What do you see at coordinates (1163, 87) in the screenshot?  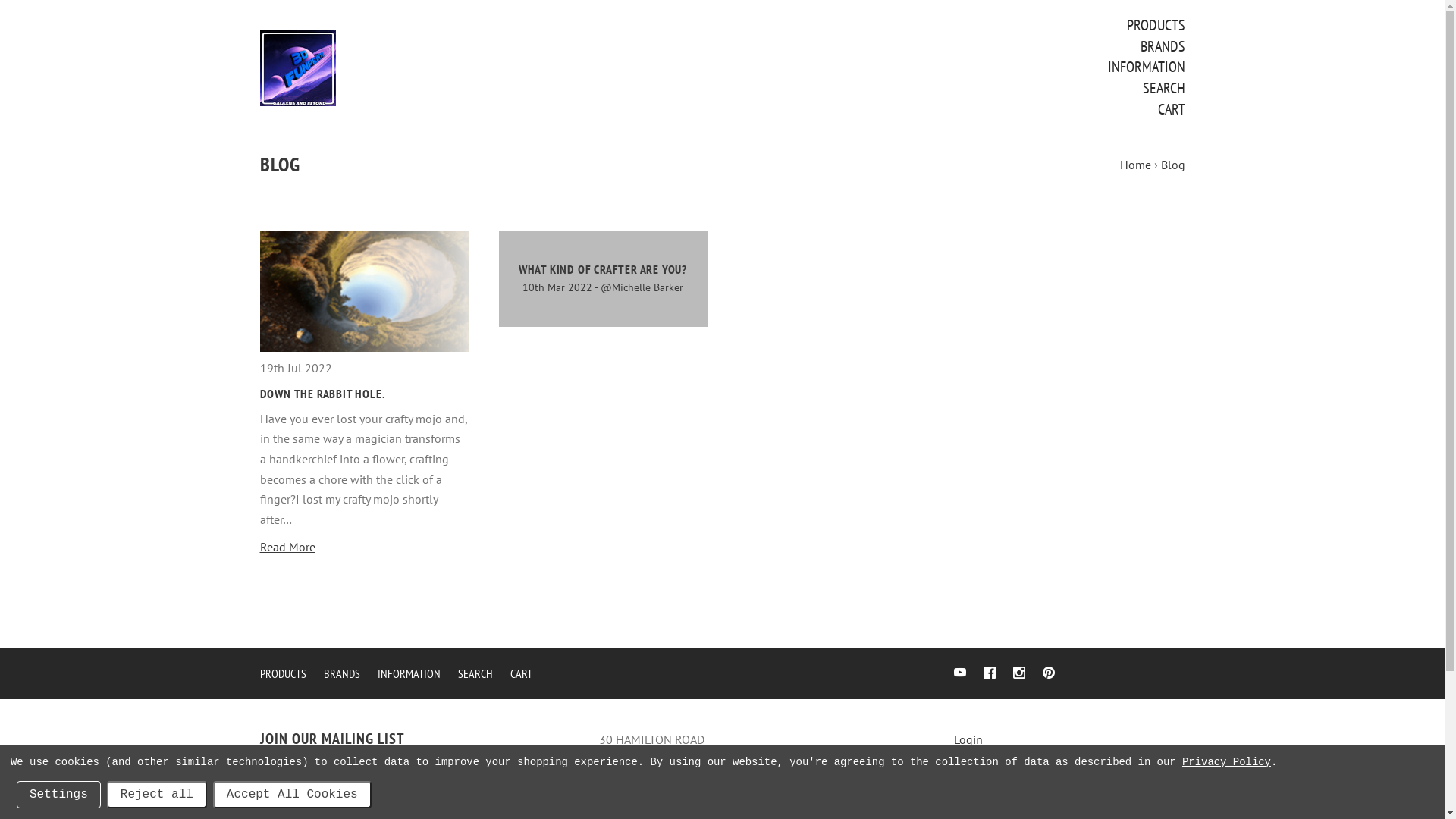 I see `'SEARCH'` at bounding box center [1163, 87].